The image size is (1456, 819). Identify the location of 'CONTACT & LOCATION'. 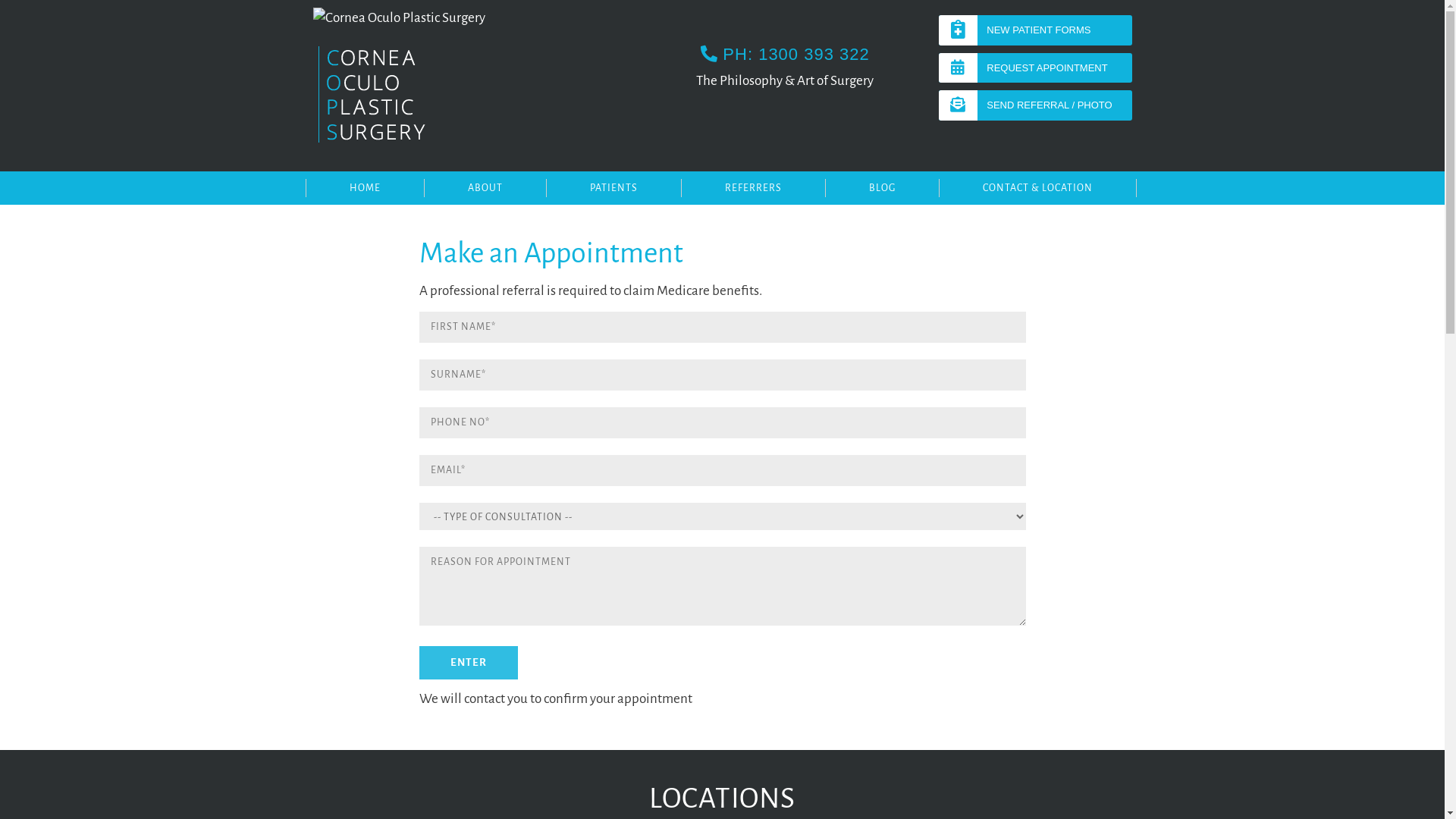
(938, 187).